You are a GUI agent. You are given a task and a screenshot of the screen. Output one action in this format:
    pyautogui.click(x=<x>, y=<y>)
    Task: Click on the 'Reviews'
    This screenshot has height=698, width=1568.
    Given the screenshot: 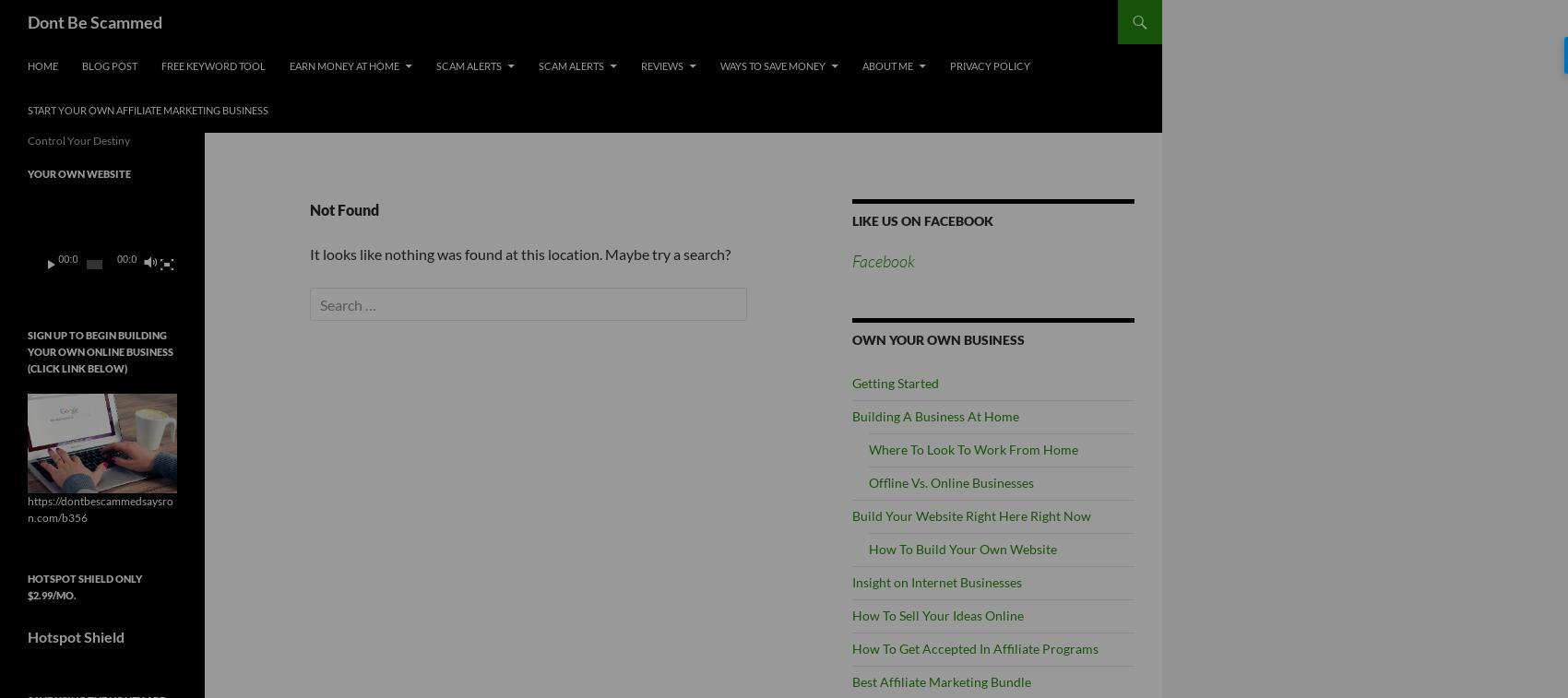 What is the action you would take?
    pyautogui.click(x=662, y=65)
    